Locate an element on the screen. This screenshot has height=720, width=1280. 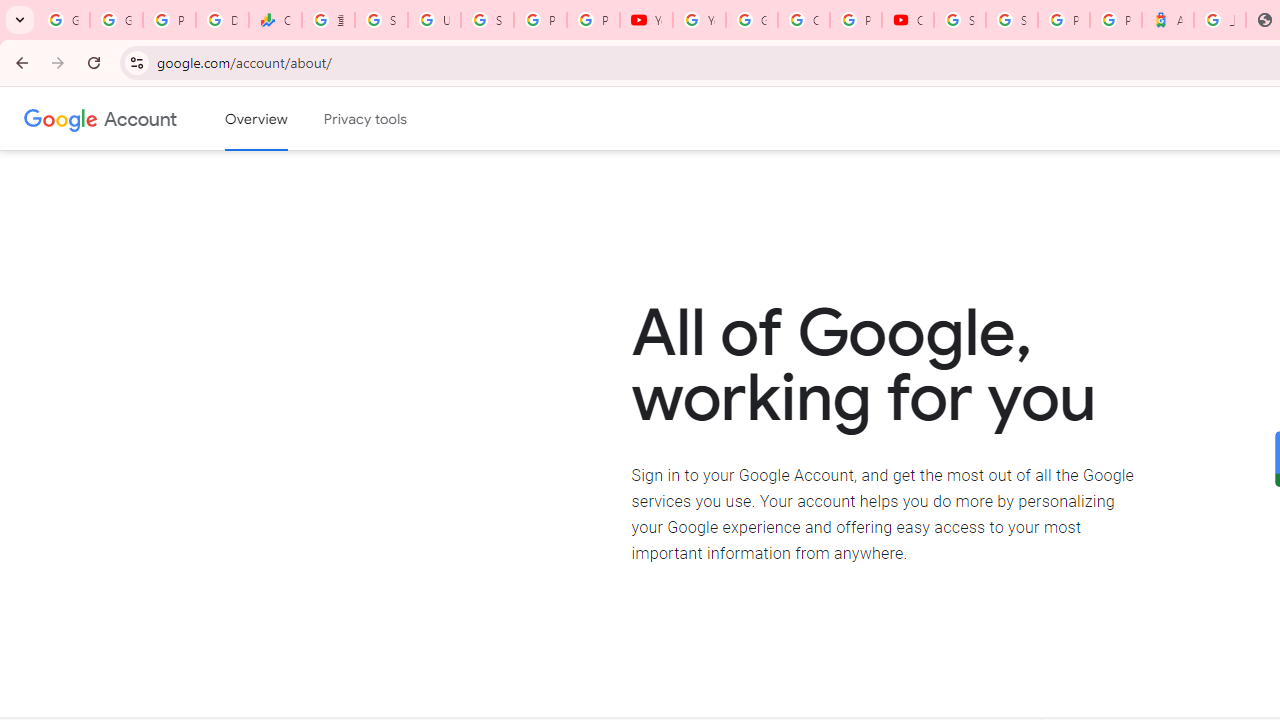
'Reload' is located at coordinates (93, 61).